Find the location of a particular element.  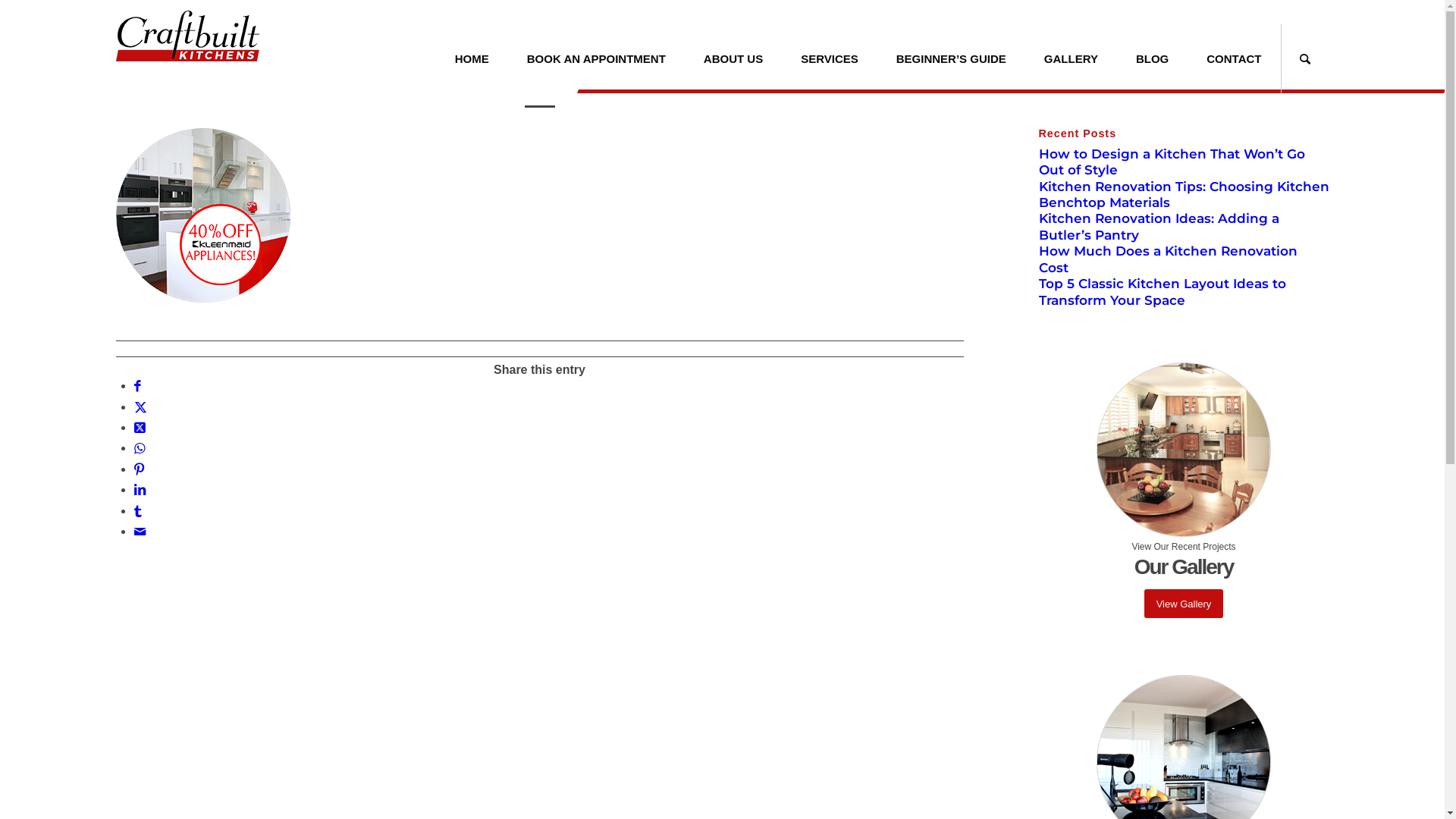

'How Much Does a Kitchen Renovation Cost' is located at coordinates (1167, 258).